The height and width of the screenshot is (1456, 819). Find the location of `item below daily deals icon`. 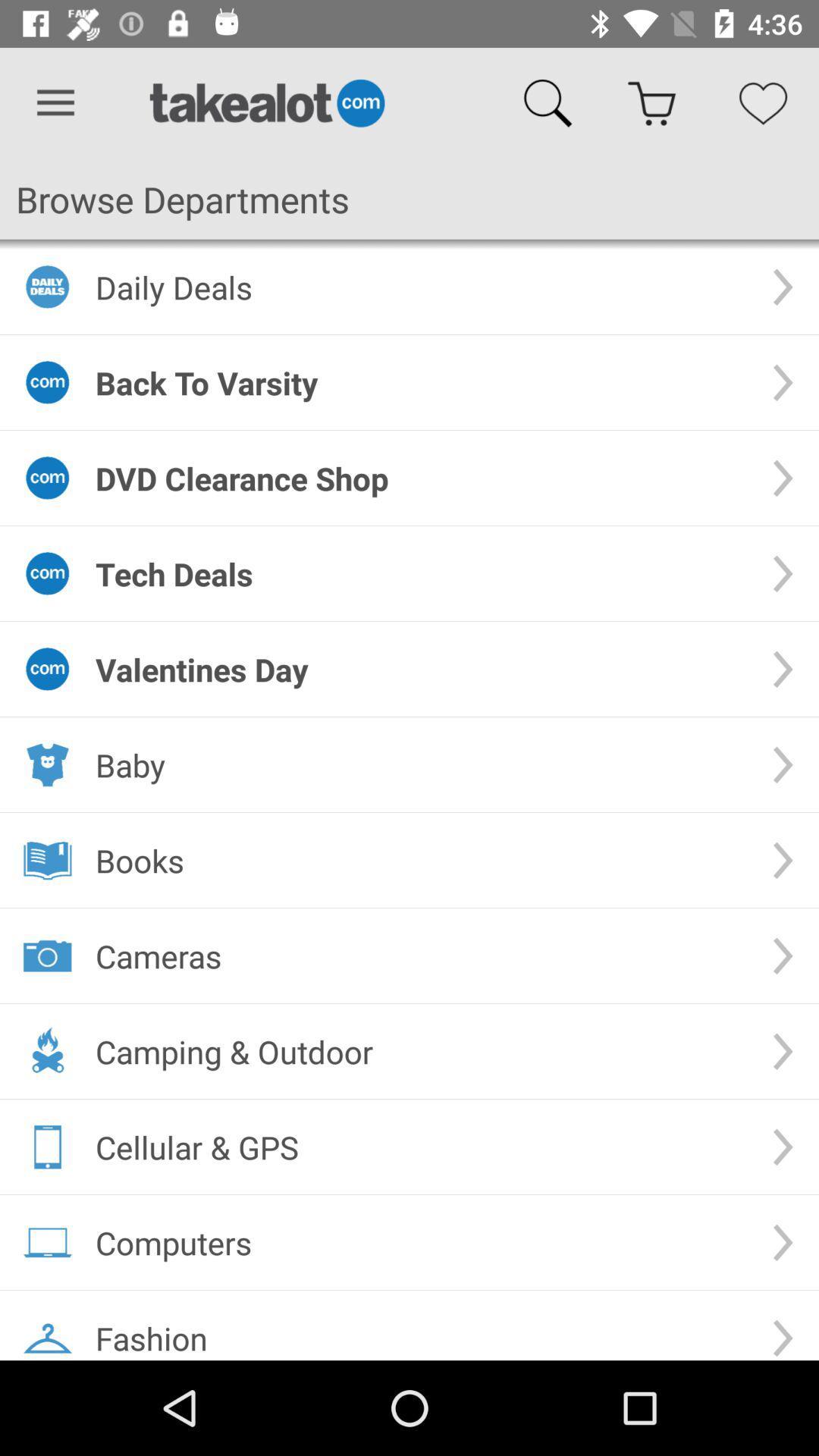

item below daily deals icon is located at coordinates (421, 382).